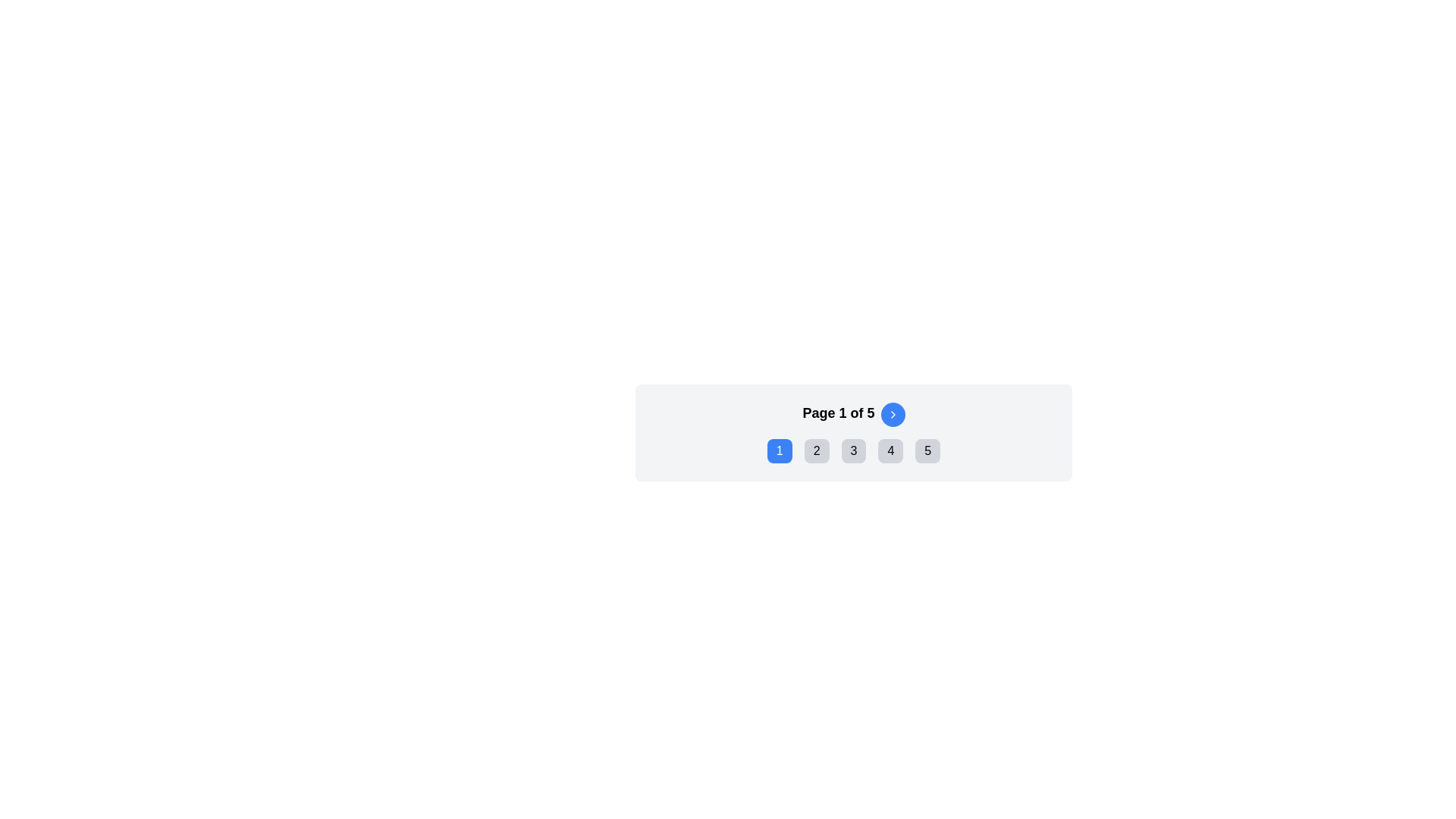  Describe the element at coordinates (927, 450) in the screenshot. I see `the button for page 5, which is the rightmost button in a horizontal sequence of five buttons at the bottom of the interface` at that location.